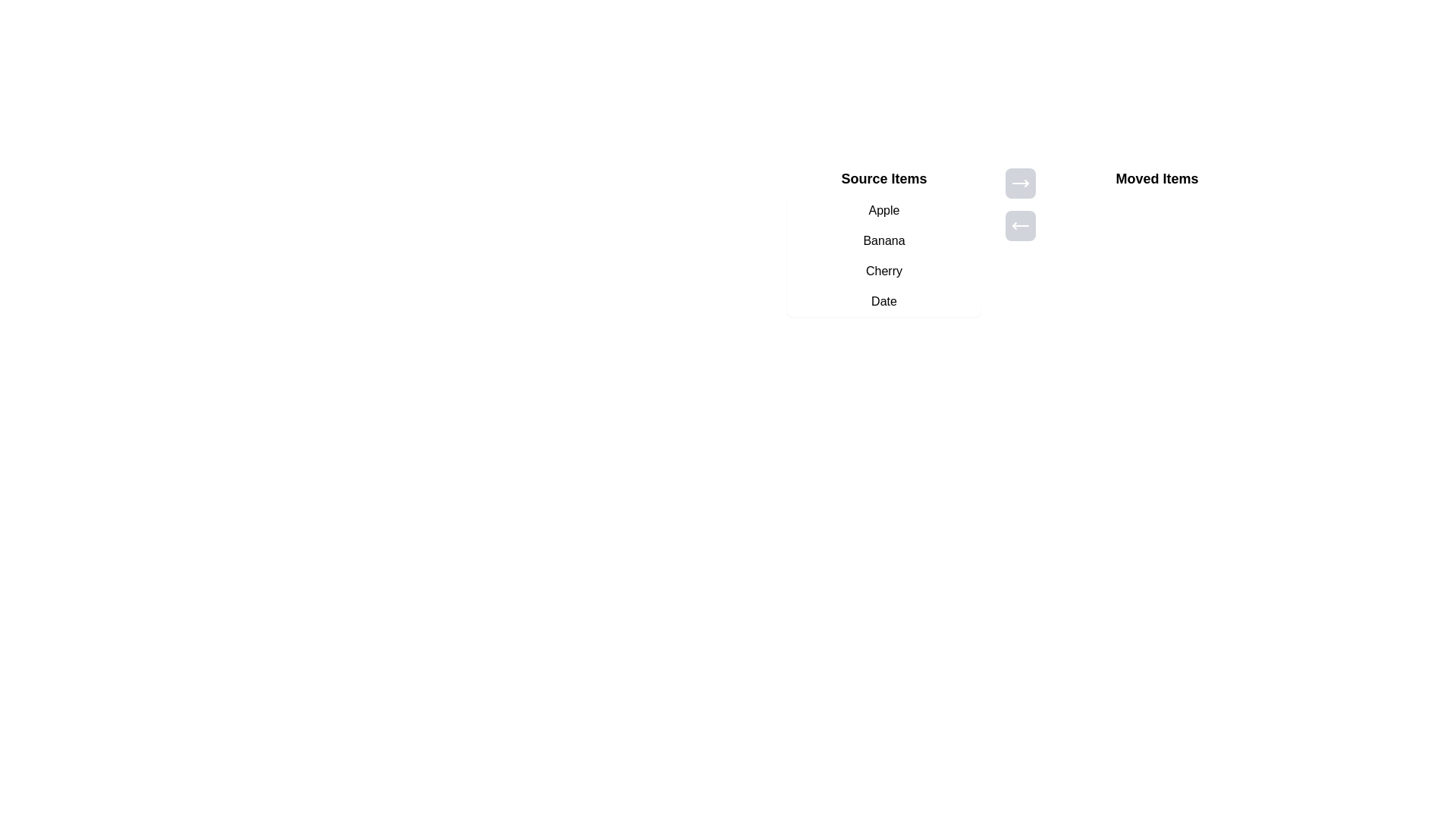  Describe the element at coordinates (1020, 183) in the screenshot. I see `the rightward-pointing arrow icon located in the button to the right of the 'Source Items' list to initiate a move action for selecting items` at that location.